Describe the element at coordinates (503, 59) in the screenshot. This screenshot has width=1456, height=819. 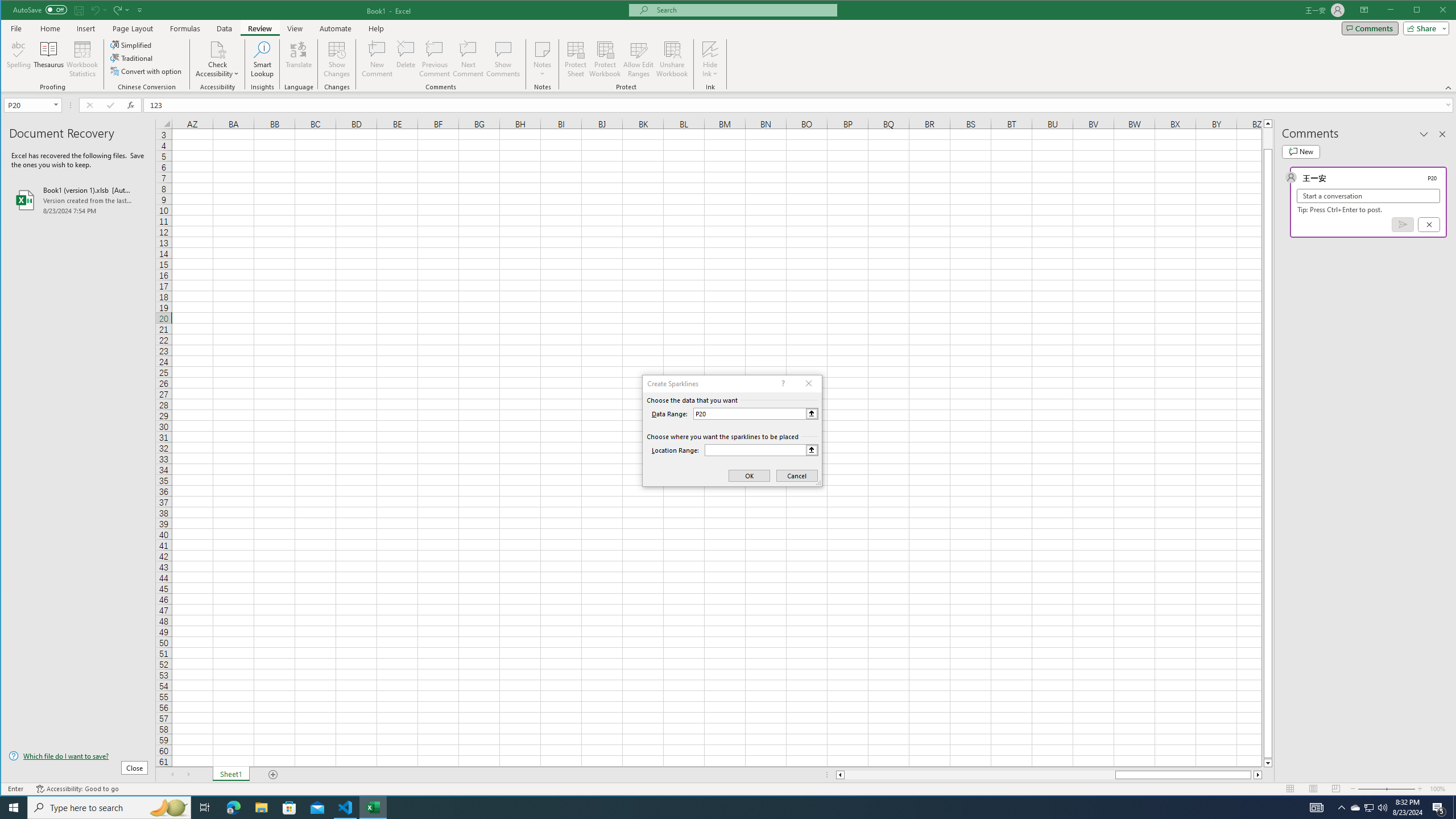
I see `'Show Comments'` at that location.